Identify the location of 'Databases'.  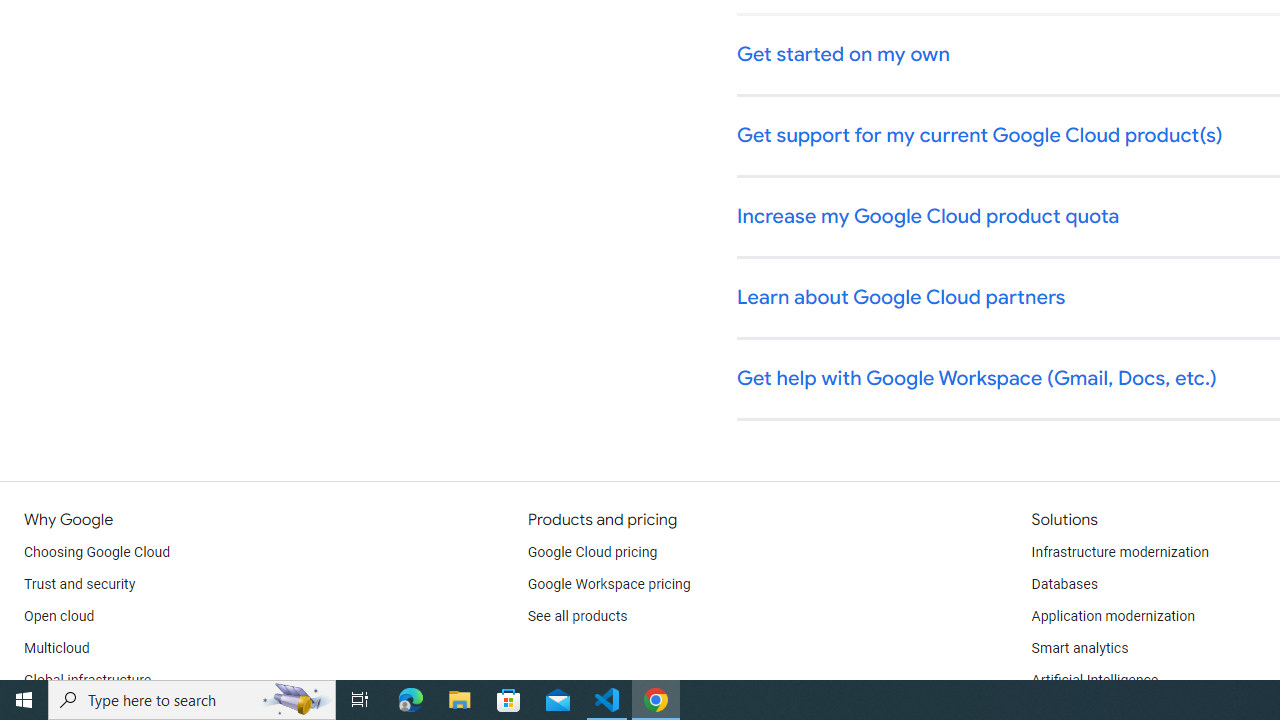
(1063, 585).